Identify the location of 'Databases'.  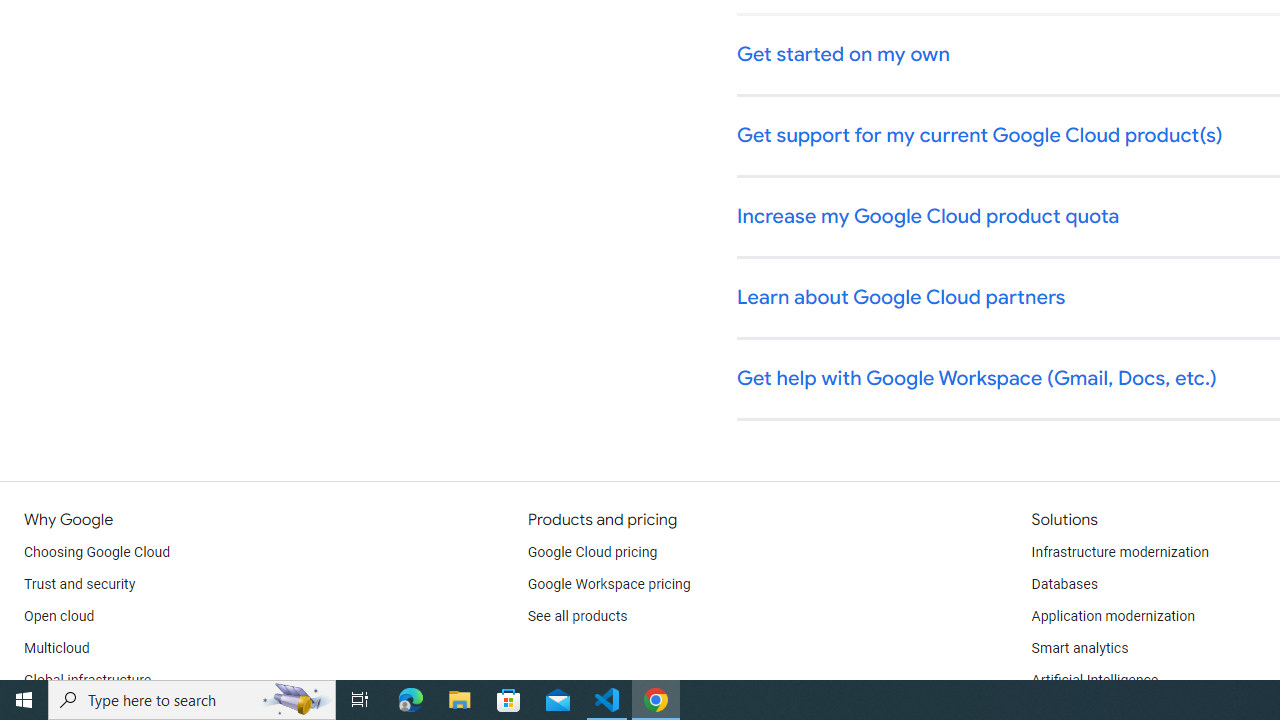
(1063, 585).